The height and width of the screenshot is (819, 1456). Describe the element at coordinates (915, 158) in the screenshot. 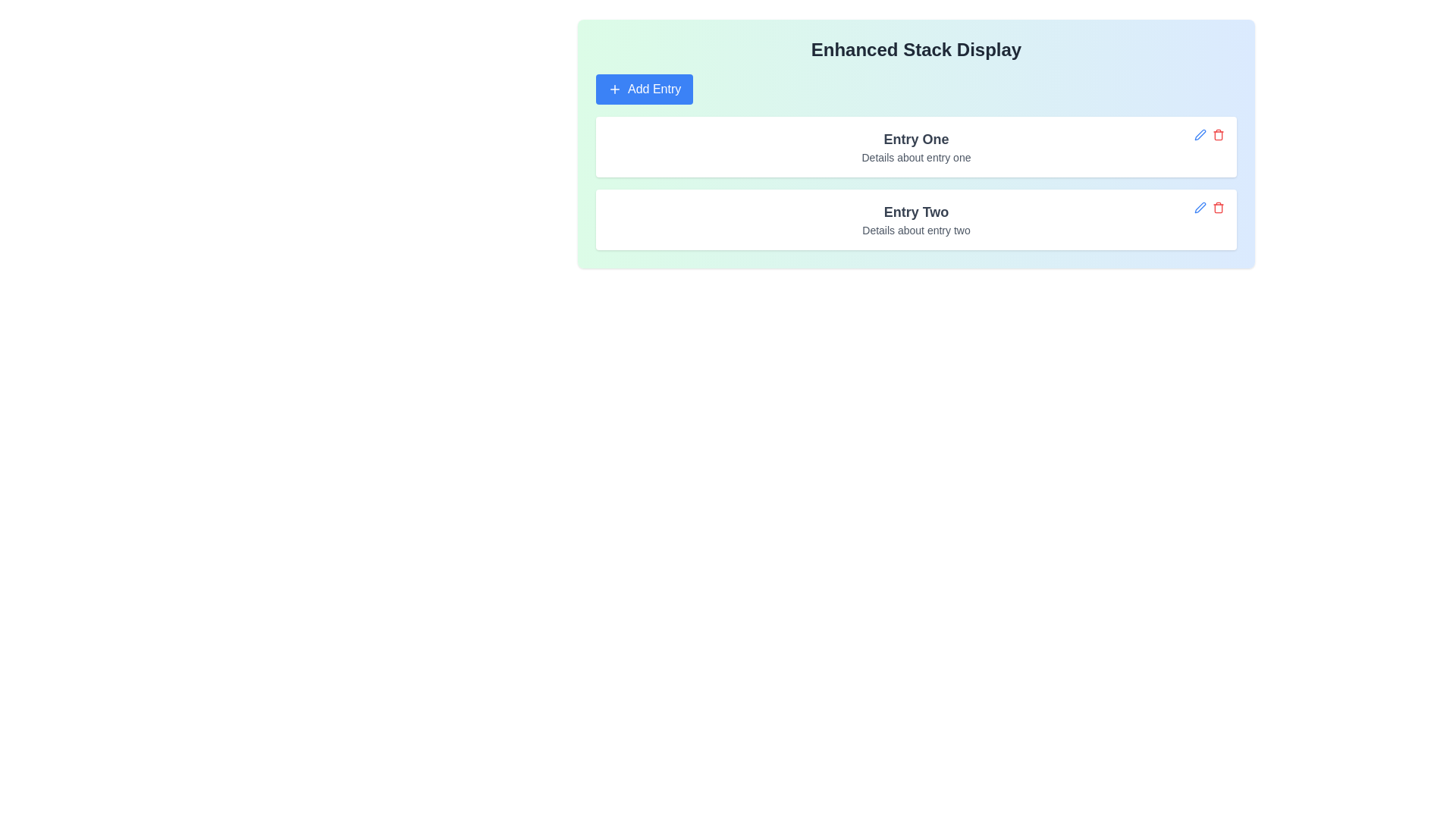

I see `the static text label displaying 'Details about entry one', which is styled in a smaller font size and lighter gray, located below the title 'Entry One' within the first white card of the 'Enhanced Stack Display'` at that location.